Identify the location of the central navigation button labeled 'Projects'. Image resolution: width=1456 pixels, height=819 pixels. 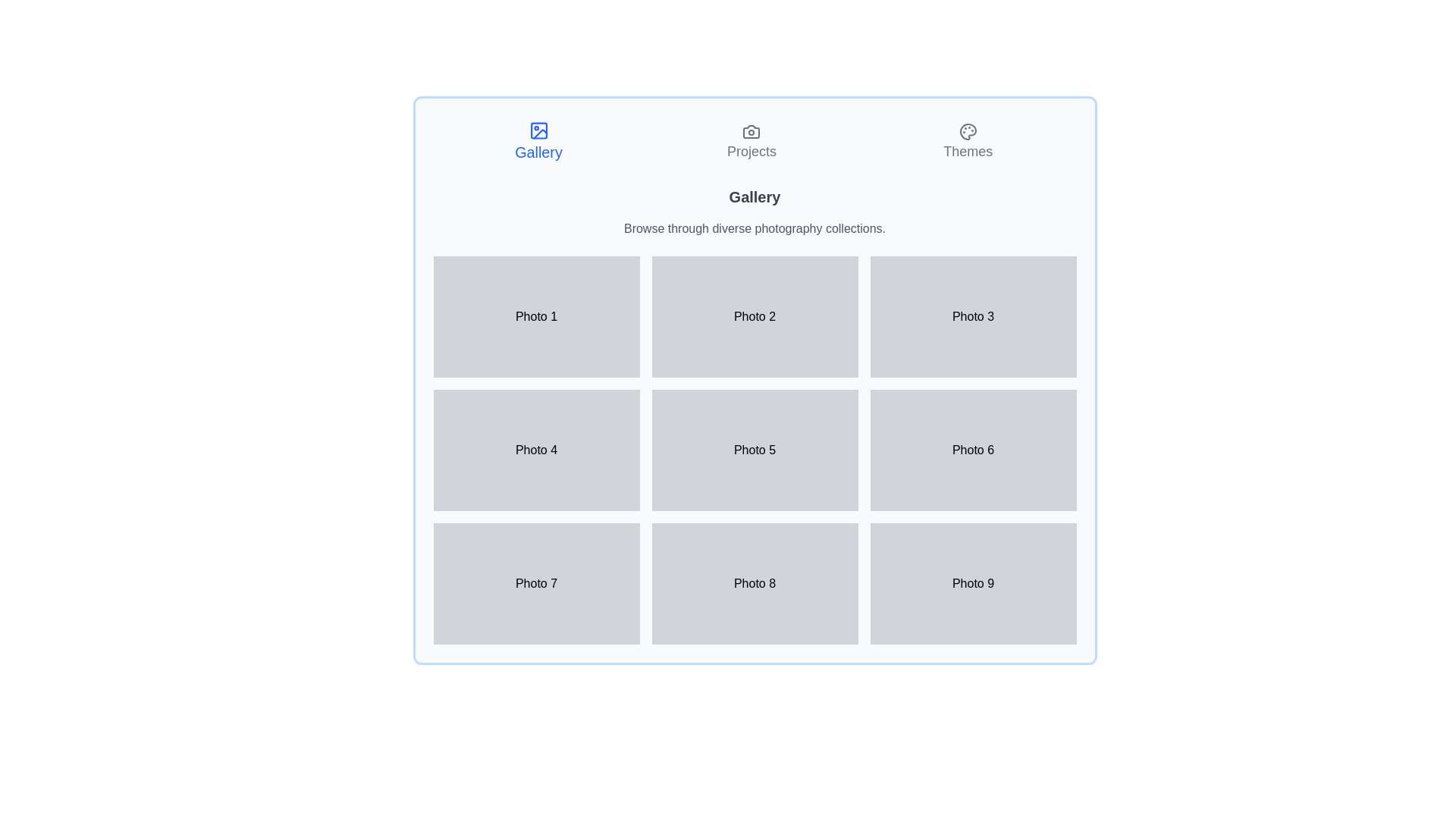
(752, 143).